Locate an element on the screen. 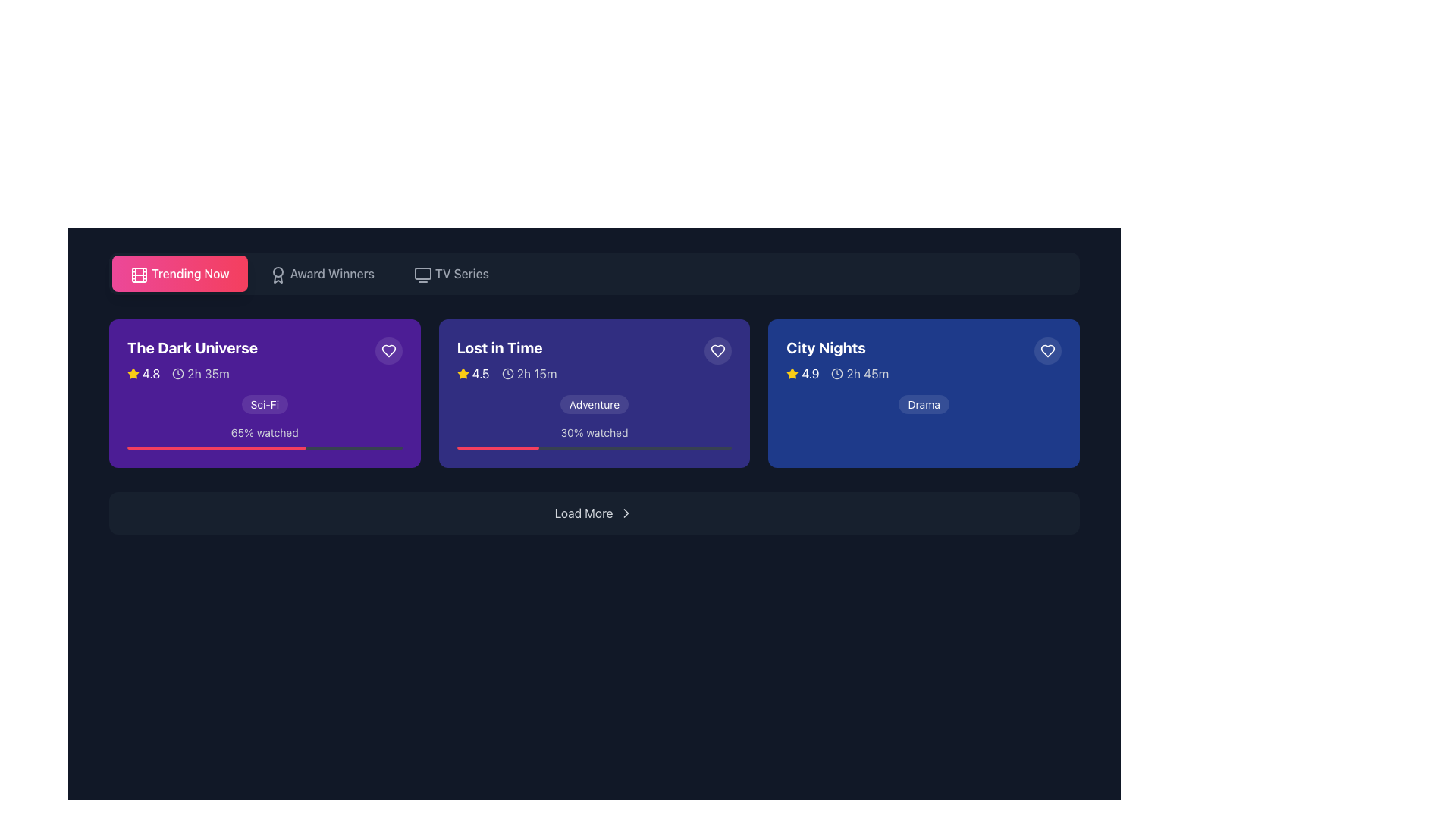 The width and height of the screenshot is (1456, 819). the SVG graphic element representing the 'TV Series' category icon located in the top navigation bar is located at coordinates (422, 274).